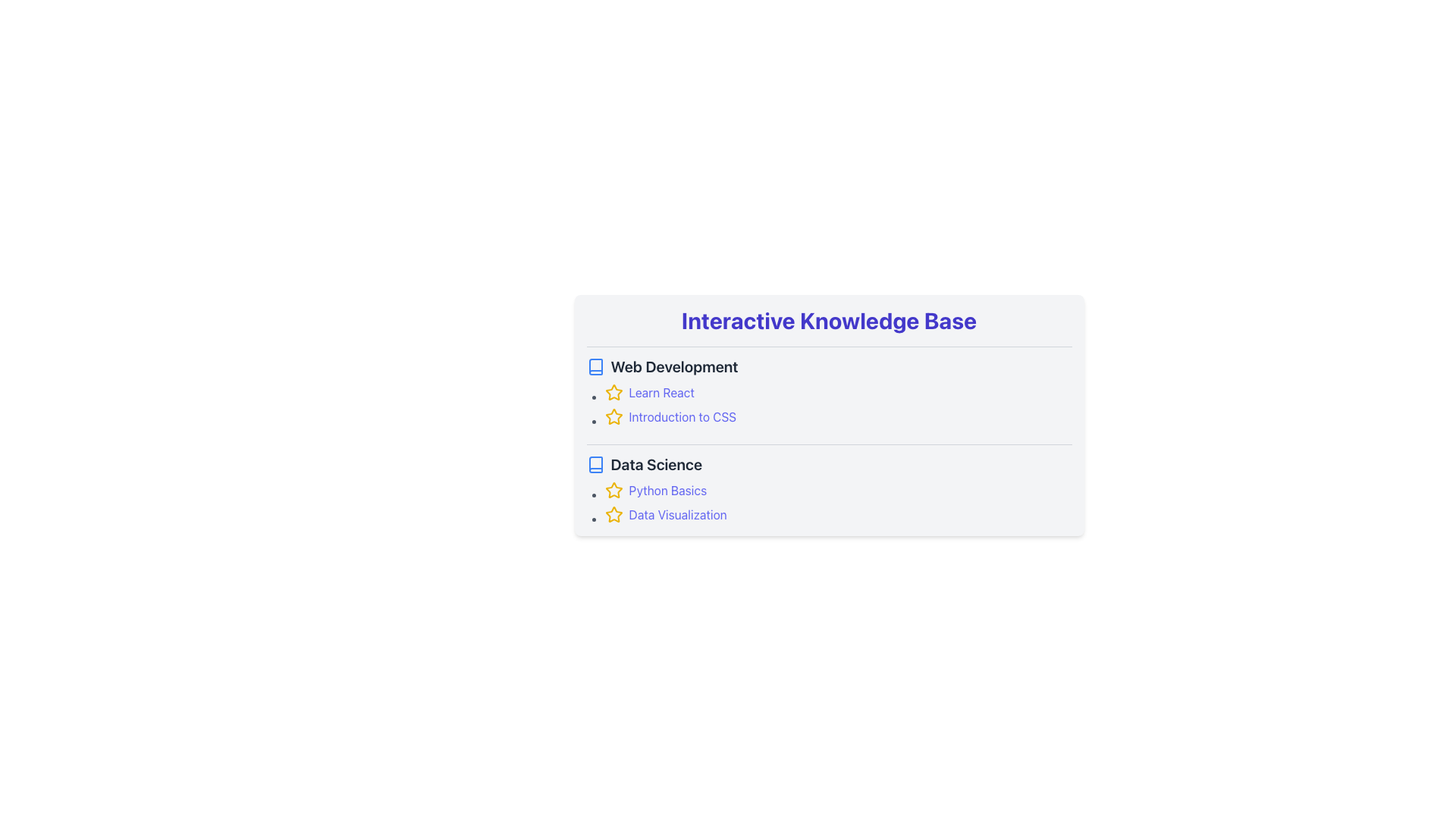  Describe the element at coordinates (613, 491) in the screenshot. I see `the star icon indicating the favorite status for the 'Python Basics' topic in the 'Interactive Knowledge Base', located in the 'Data Science' section` at that location.